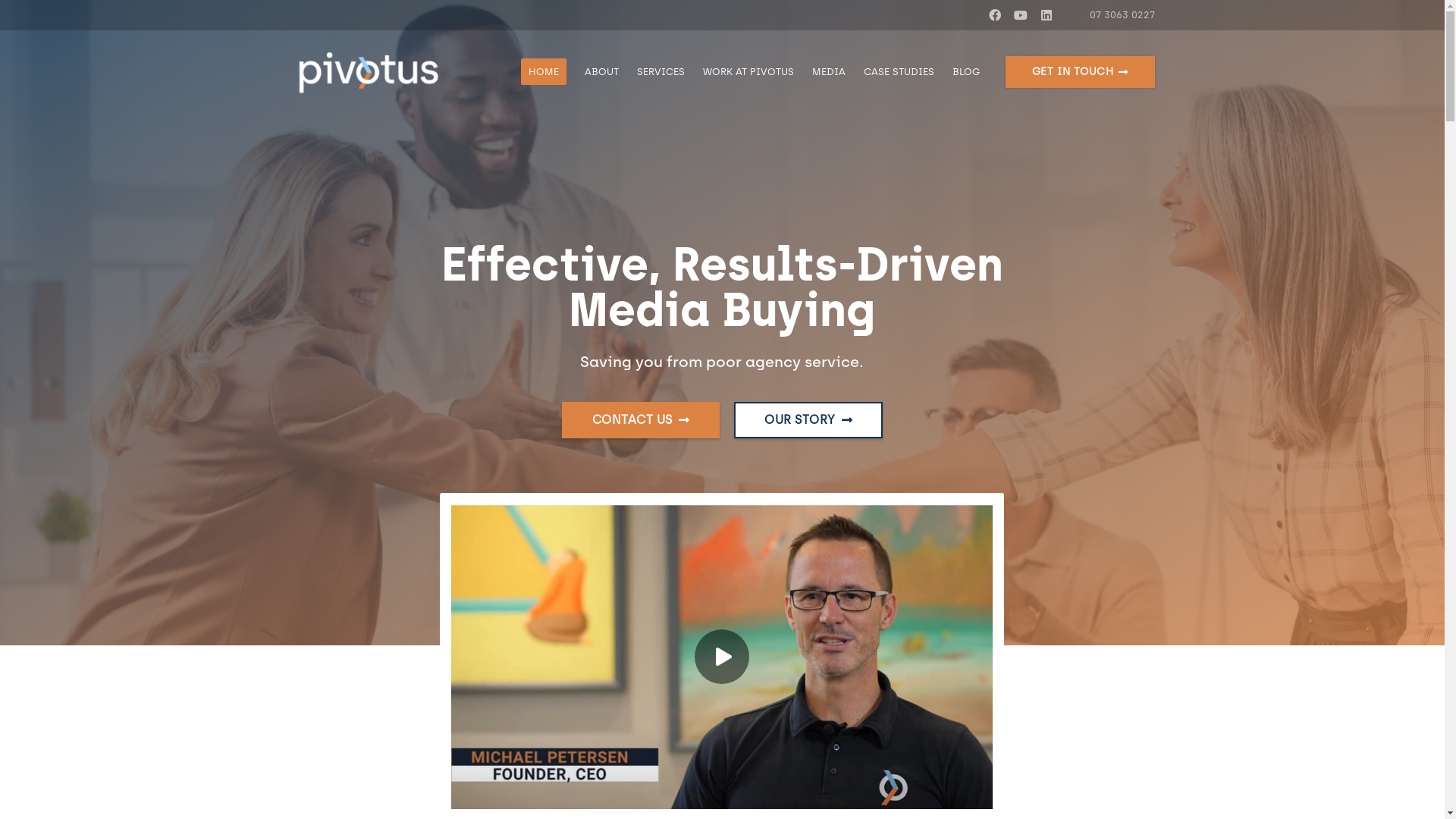 Image resolution: width=1456 pixels, height=819 pixels. What do you see at coordinates (828, 72) in the screenshot?
I see `'MEDIA'` at bounding box center [828, 72].